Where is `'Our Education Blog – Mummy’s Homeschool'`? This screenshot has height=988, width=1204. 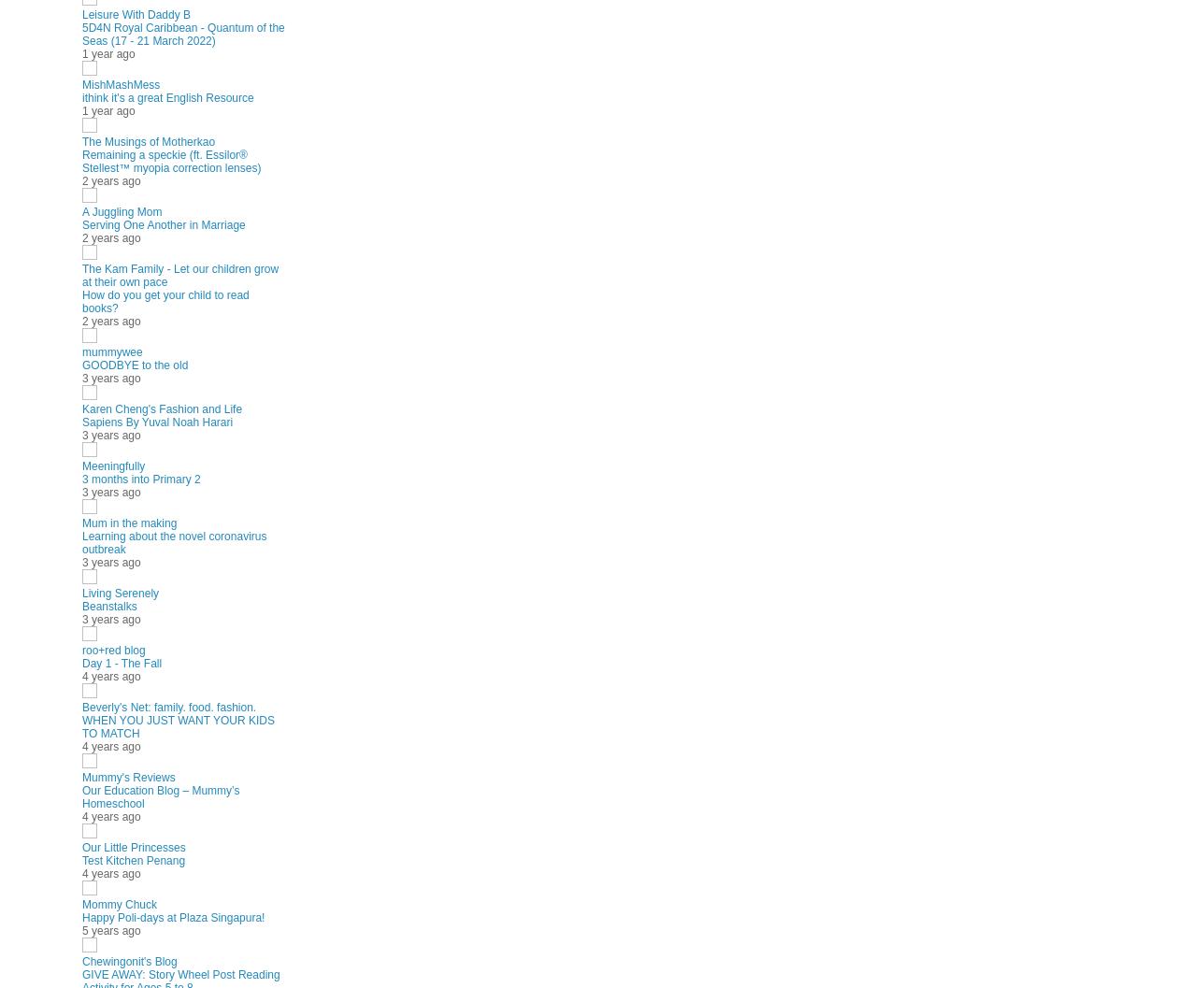
'Our Education Blog – Mummy’s Homeschool' is located at coordinates (159, 795).